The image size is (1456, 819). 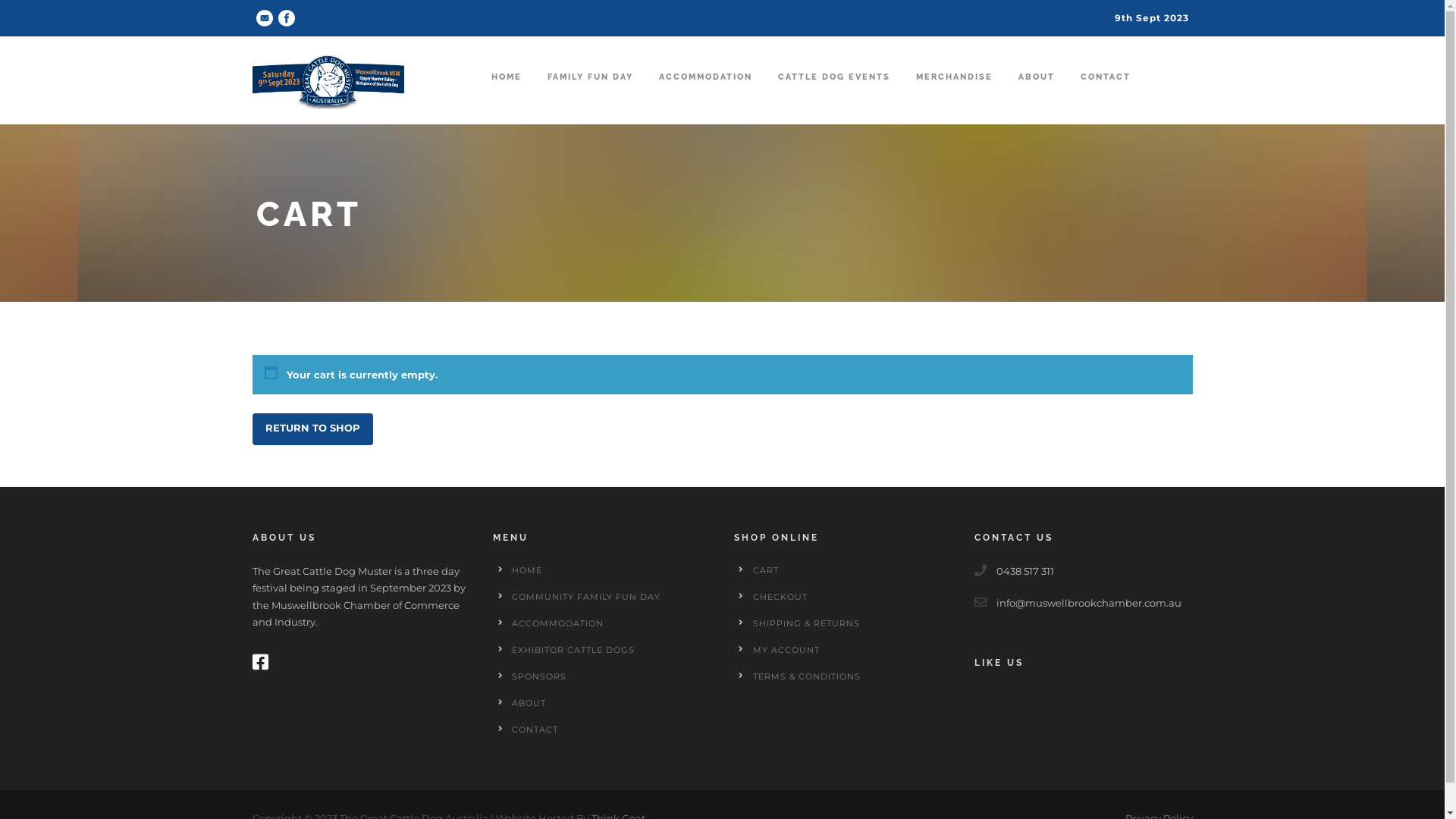 I want to click on 'CONTACT', so click(x=1105, y=92).